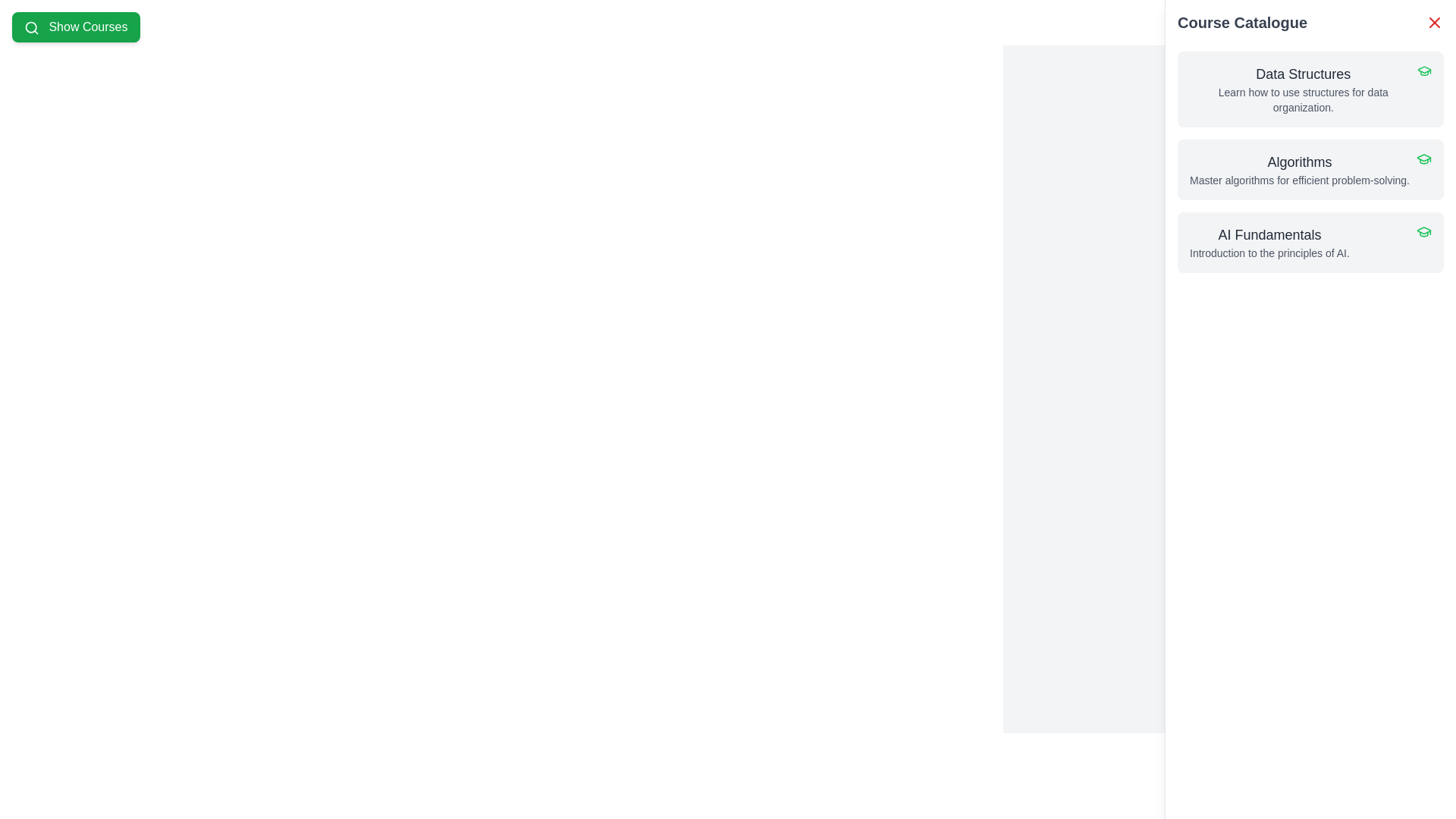 This screenshot has height=819, width=1456. What do you see at coordinates (1269, 234) in the screenshot?
I see `the text label displaying 'AI Fundamentals', which is positioned within the right-side panel labeled 'Course Catalogue', located above the description 'Introduction to the principles of AI.' and below 'Algorithms'` at bounding box center [1269, 234].